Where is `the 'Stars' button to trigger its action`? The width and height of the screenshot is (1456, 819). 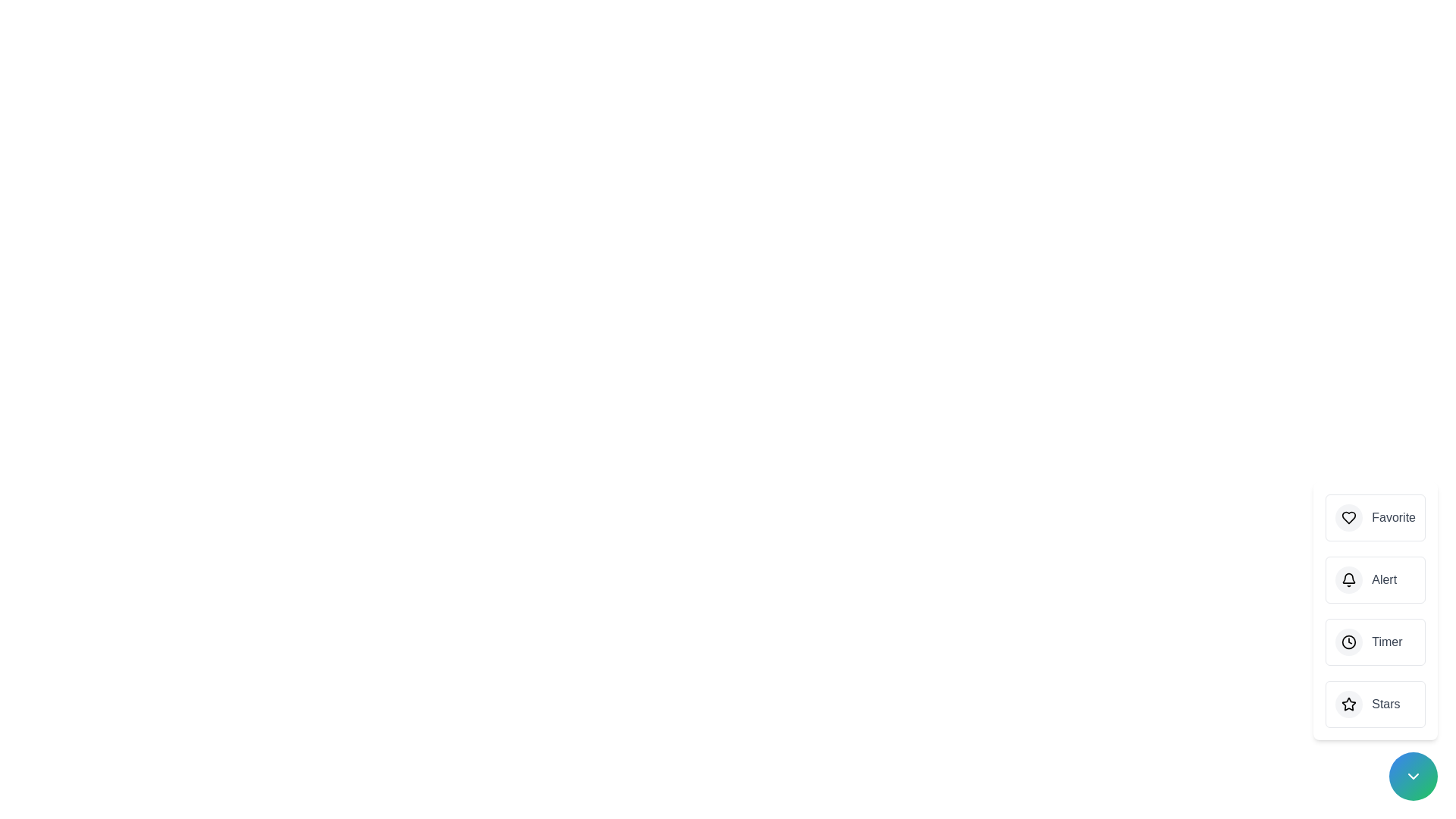
the 'Stars' button to trigger its action is located at coordinates (1376, 704).